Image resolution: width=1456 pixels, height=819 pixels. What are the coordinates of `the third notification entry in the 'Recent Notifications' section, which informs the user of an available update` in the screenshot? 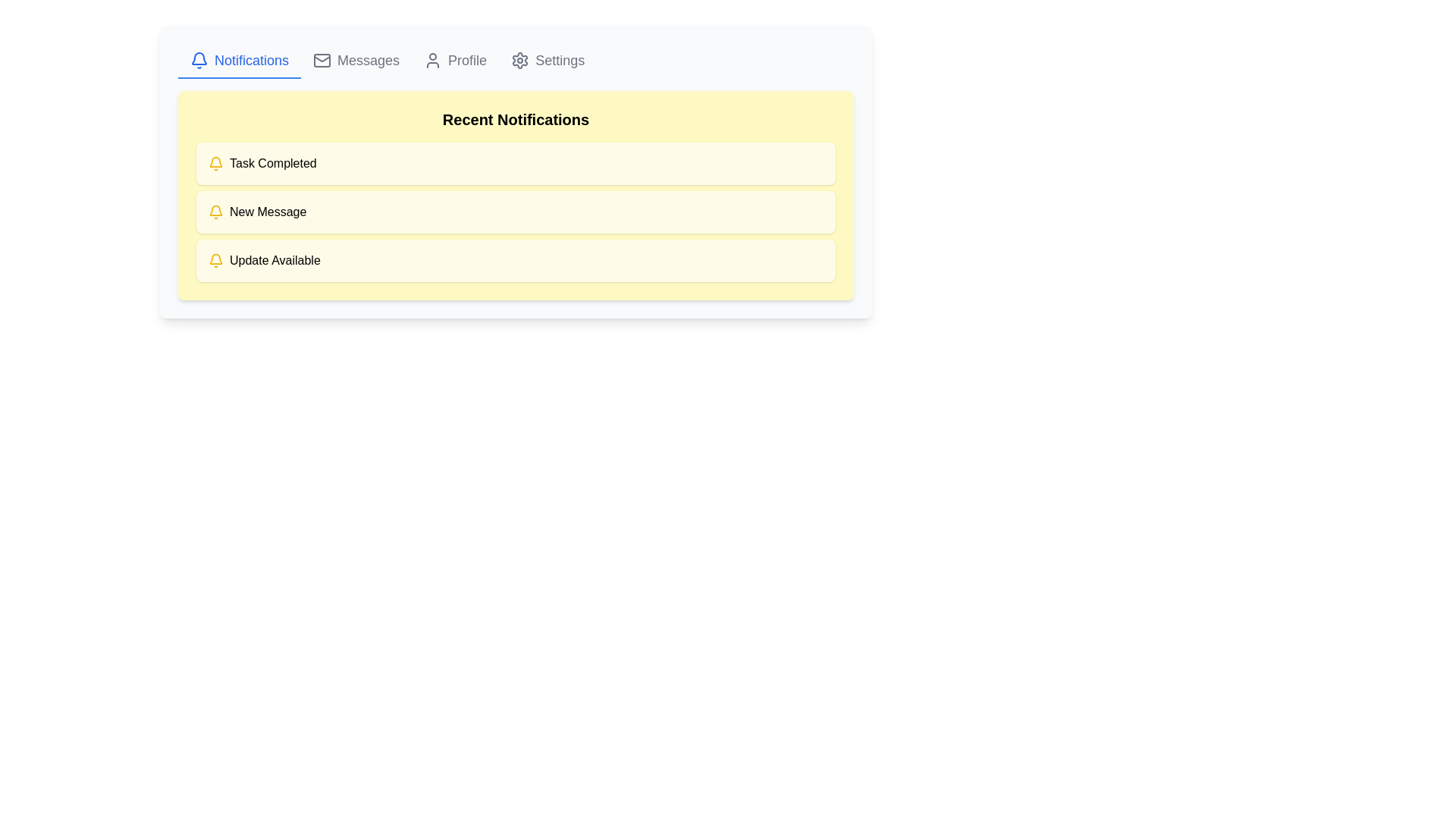 It's located at (516, 259).